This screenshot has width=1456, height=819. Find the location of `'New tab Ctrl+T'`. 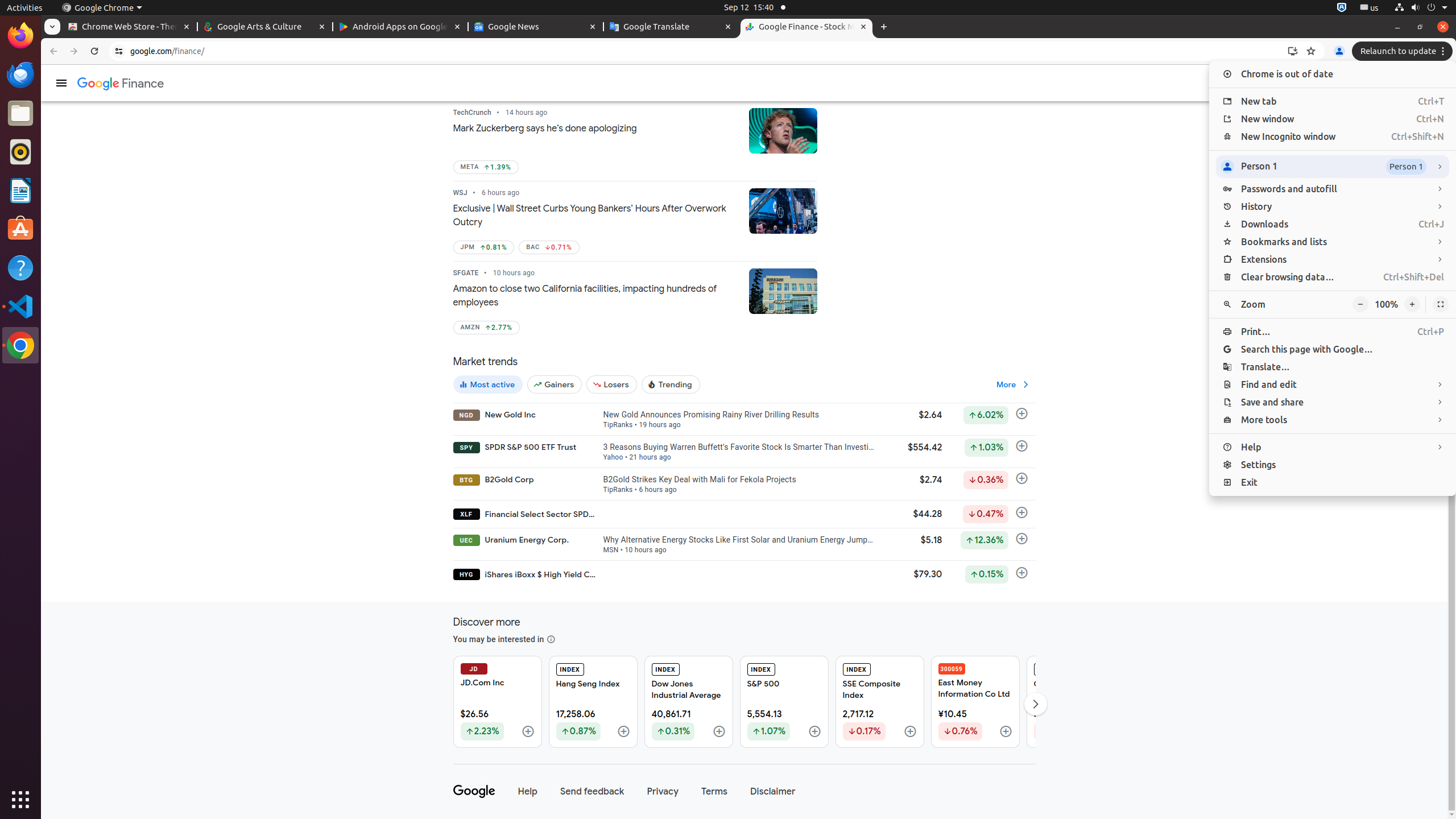

'New tab Ctrl+T' is located at coordinates (1331, 101).